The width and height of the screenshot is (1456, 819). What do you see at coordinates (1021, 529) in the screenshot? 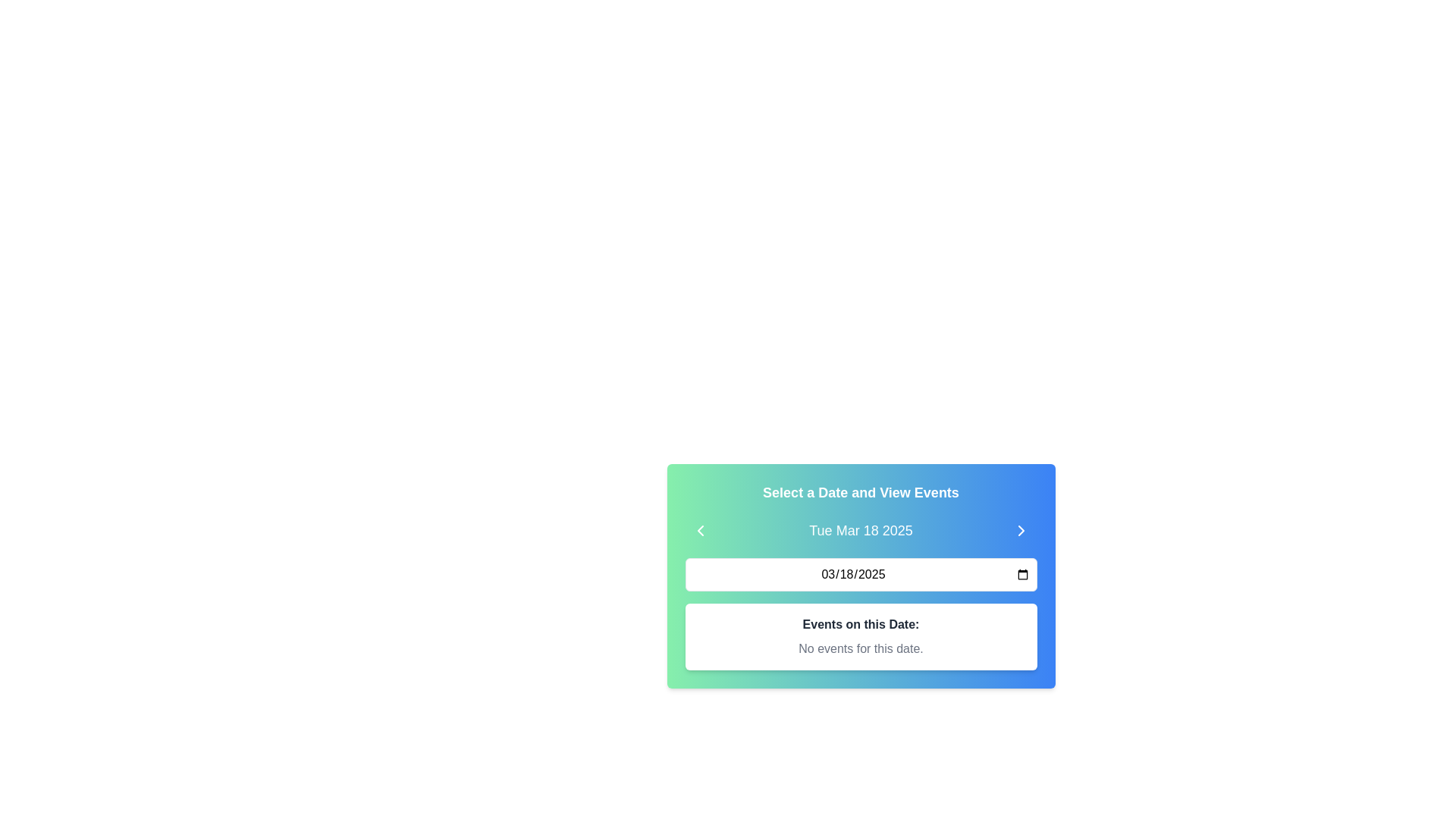
I see `the forward navigation icon located in the top-right of the blue header section of the interface` at bounding box center [1021, 529].